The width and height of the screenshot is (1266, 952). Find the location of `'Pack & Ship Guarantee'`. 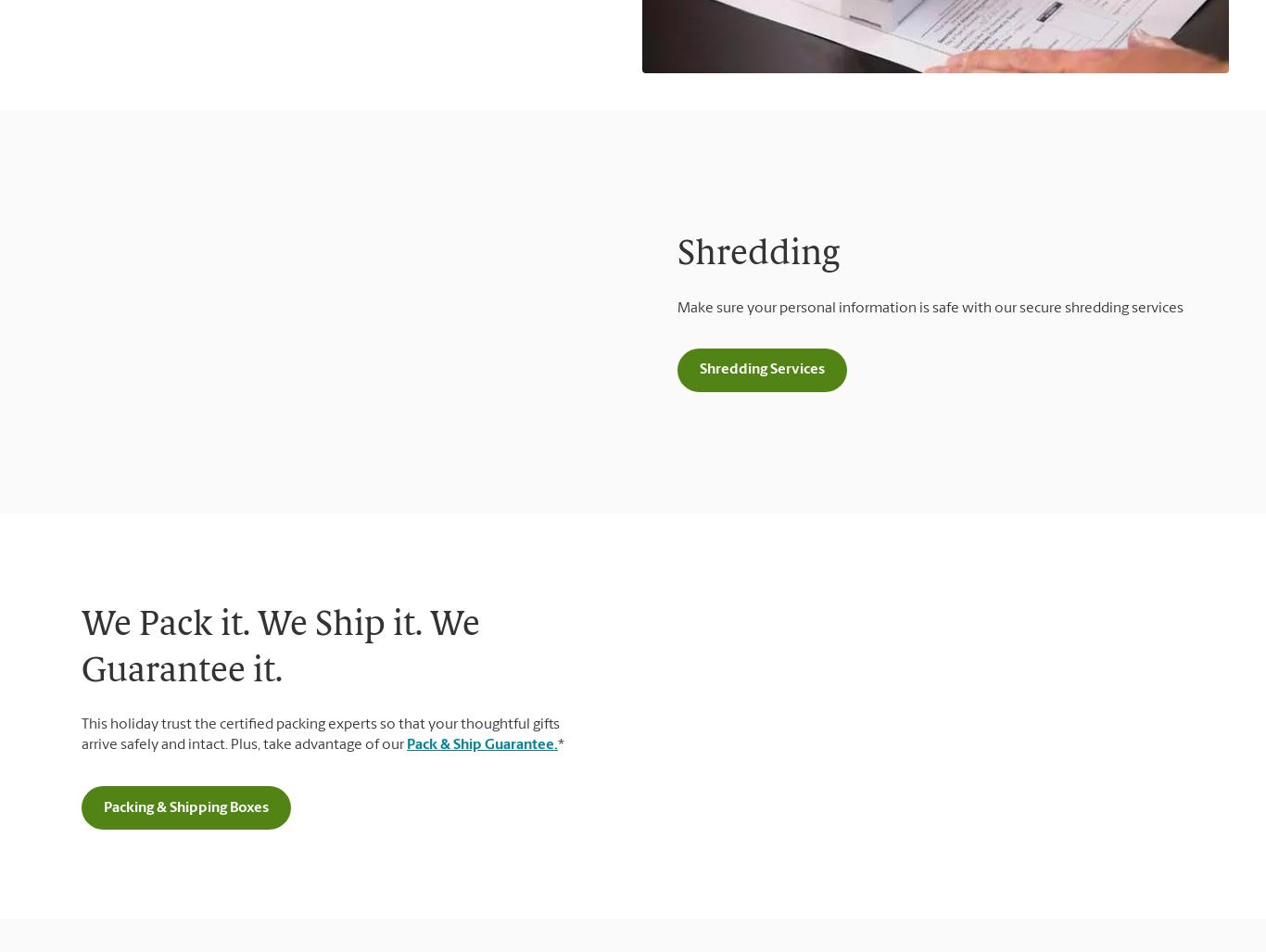

'Pack & Ship Guarantee' is located at coordinates (525, 450).